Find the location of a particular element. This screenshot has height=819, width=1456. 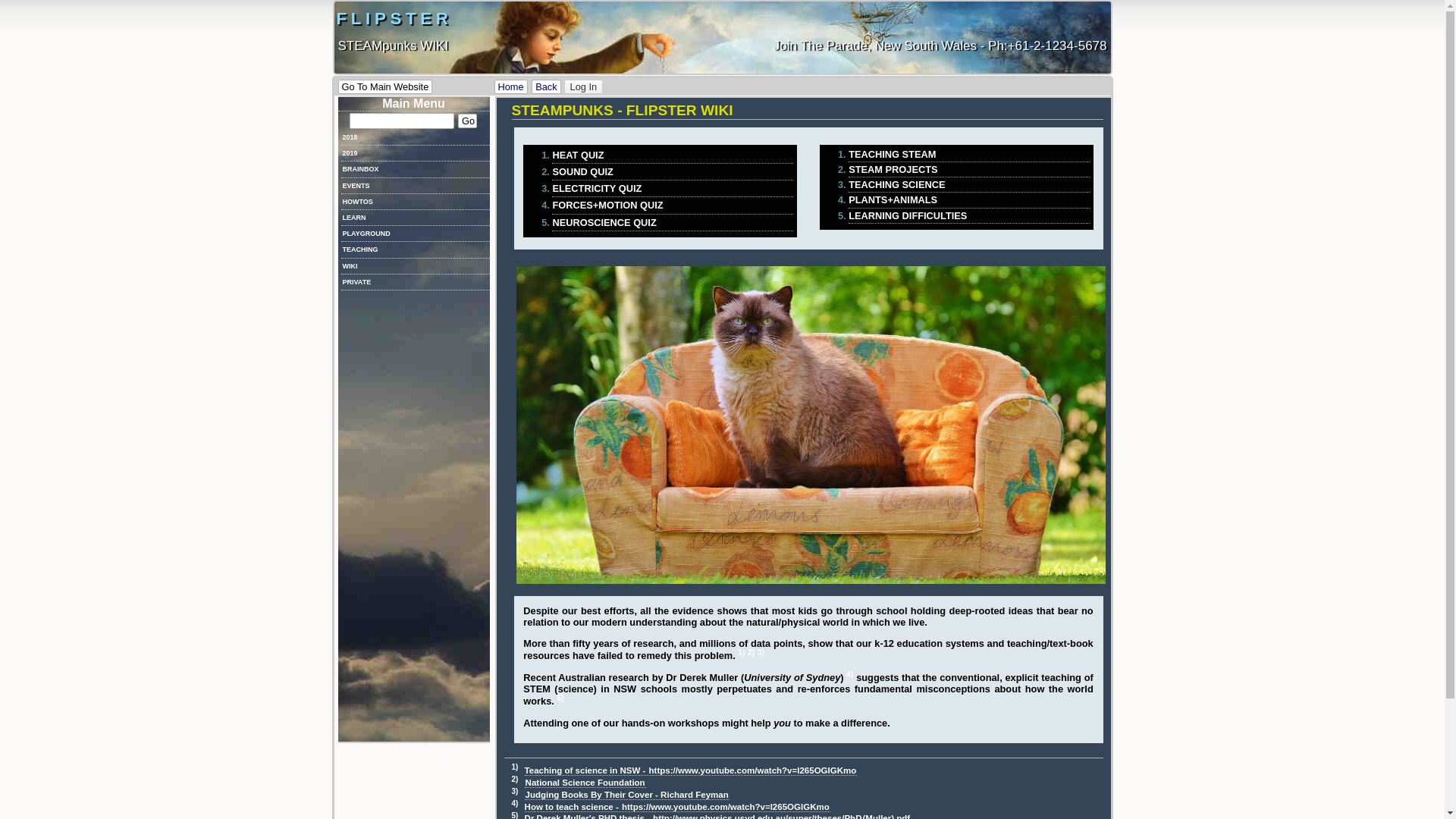

'Go' is located at coordinates (466, 120).